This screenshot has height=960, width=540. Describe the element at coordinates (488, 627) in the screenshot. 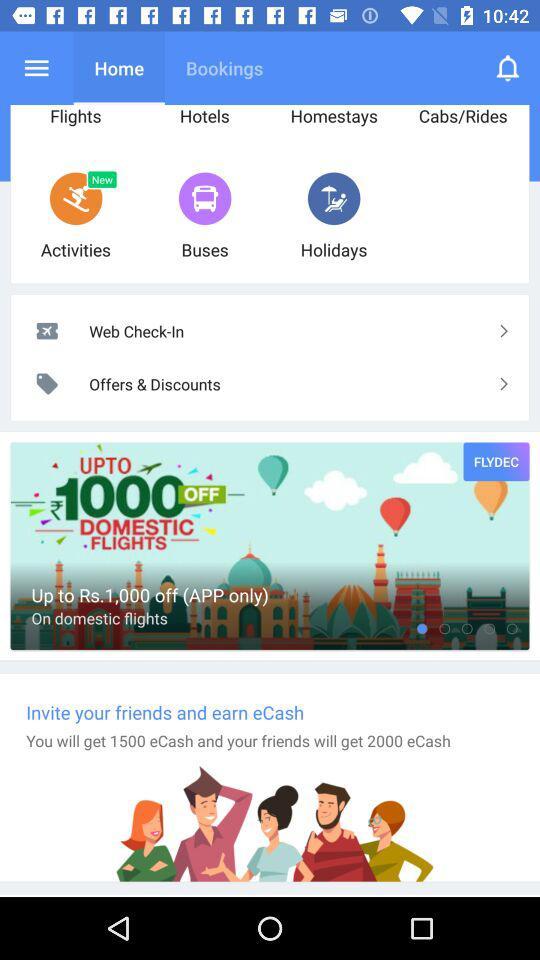

I see `the item below the flydec icon` at that location.